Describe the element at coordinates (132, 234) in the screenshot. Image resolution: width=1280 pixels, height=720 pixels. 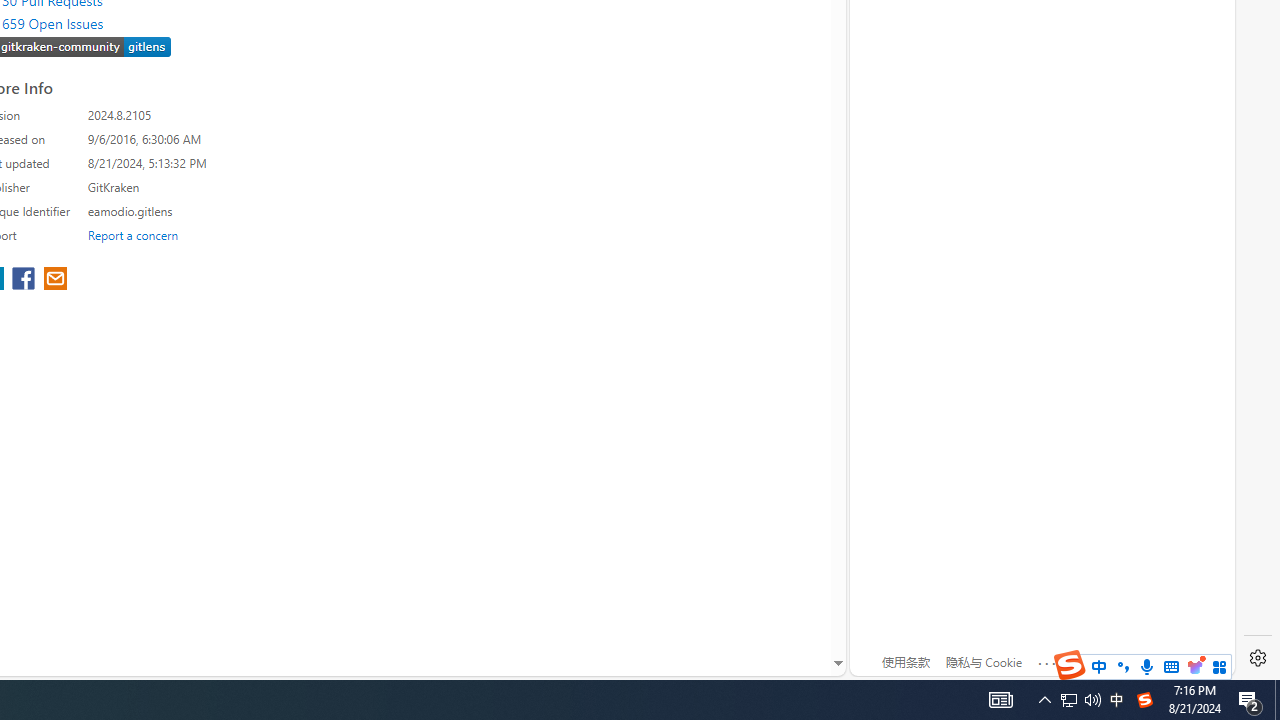
I see `'Report a concern'` at that location.